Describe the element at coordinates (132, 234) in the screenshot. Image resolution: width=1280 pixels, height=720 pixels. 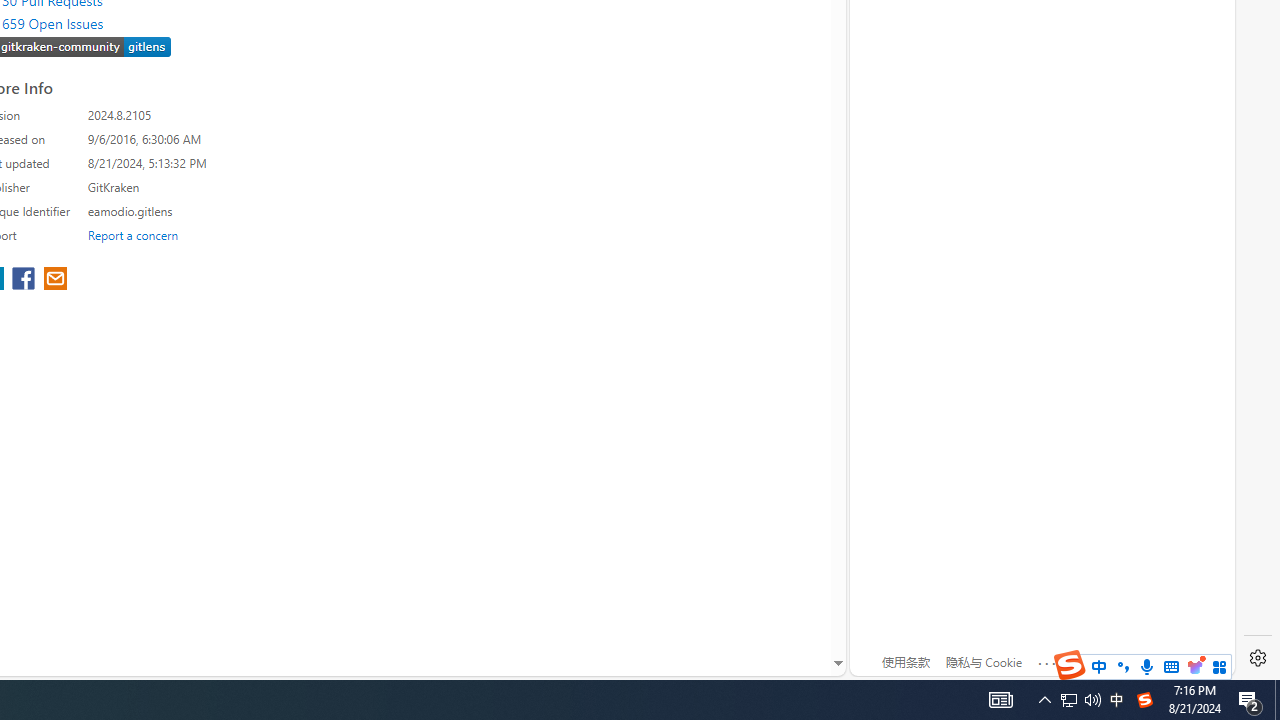
I see `'Report a concern'` at that location.